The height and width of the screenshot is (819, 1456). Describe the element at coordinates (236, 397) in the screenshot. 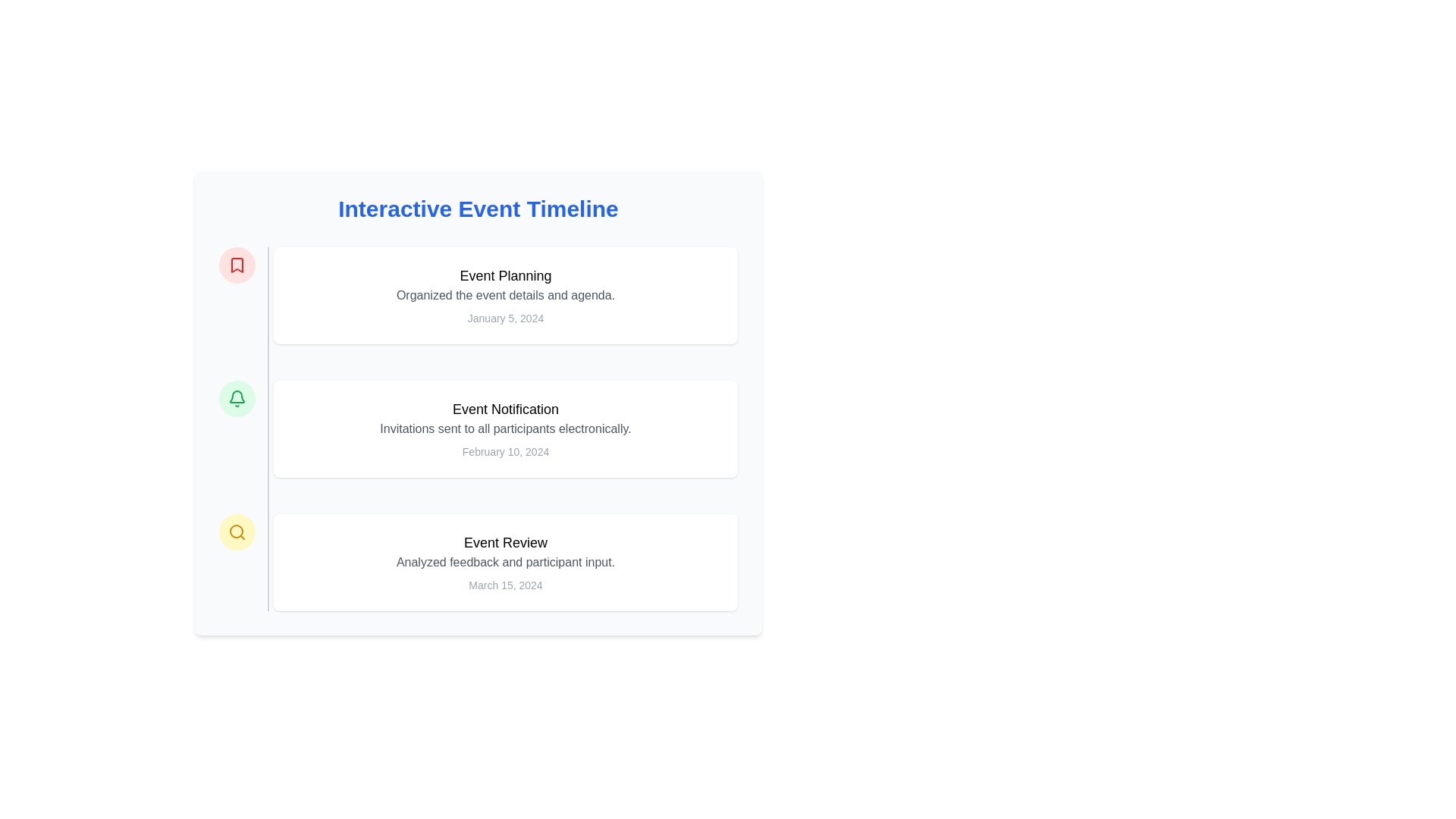

I see `the circular green icon with a bell symbol located in the second entry of the vertical timeline, to the left of the 'Event Notification' section` at that location.